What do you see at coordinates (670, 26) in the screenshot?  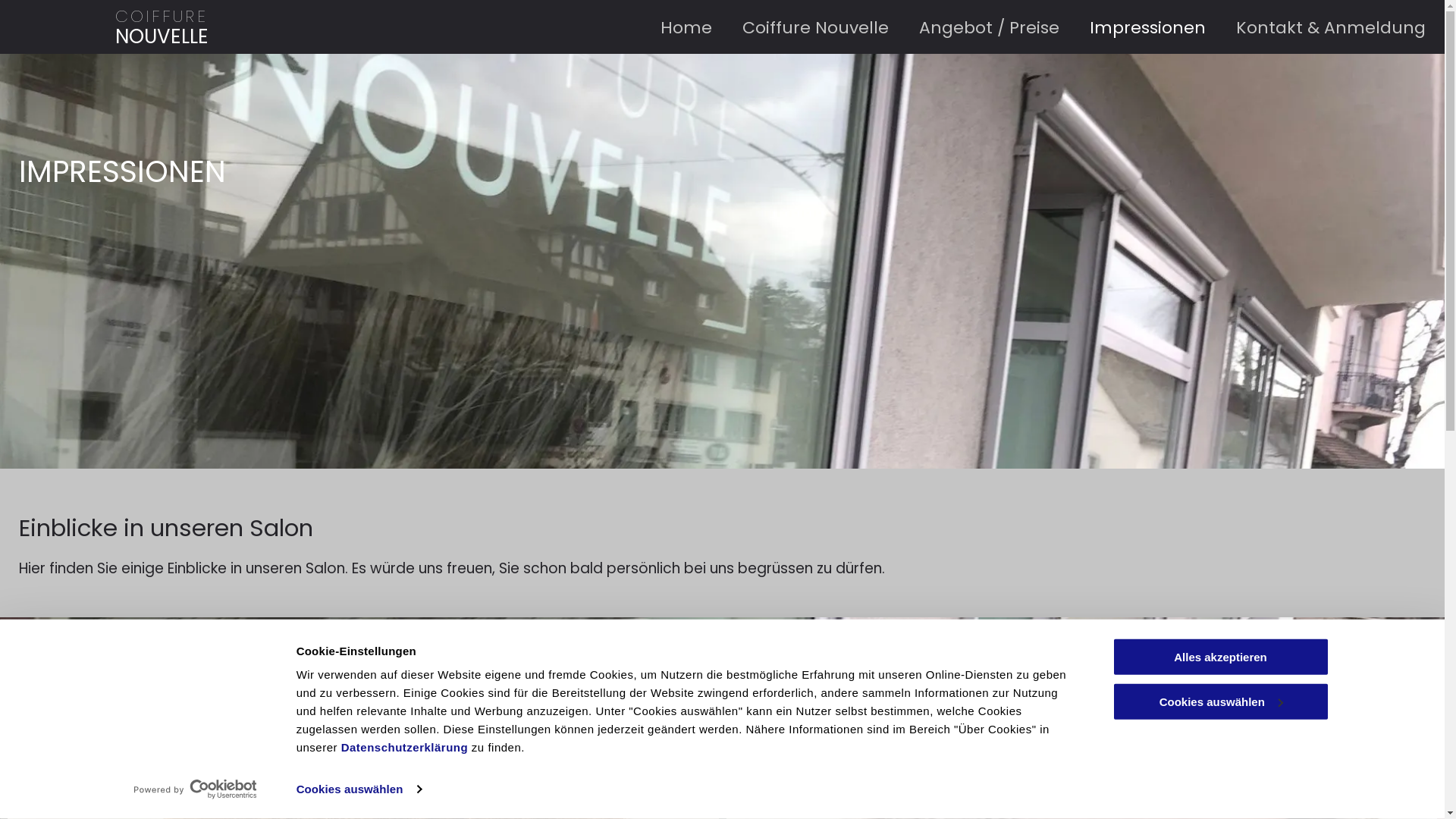 I see `'Home'` at bounding box center [670, 26].